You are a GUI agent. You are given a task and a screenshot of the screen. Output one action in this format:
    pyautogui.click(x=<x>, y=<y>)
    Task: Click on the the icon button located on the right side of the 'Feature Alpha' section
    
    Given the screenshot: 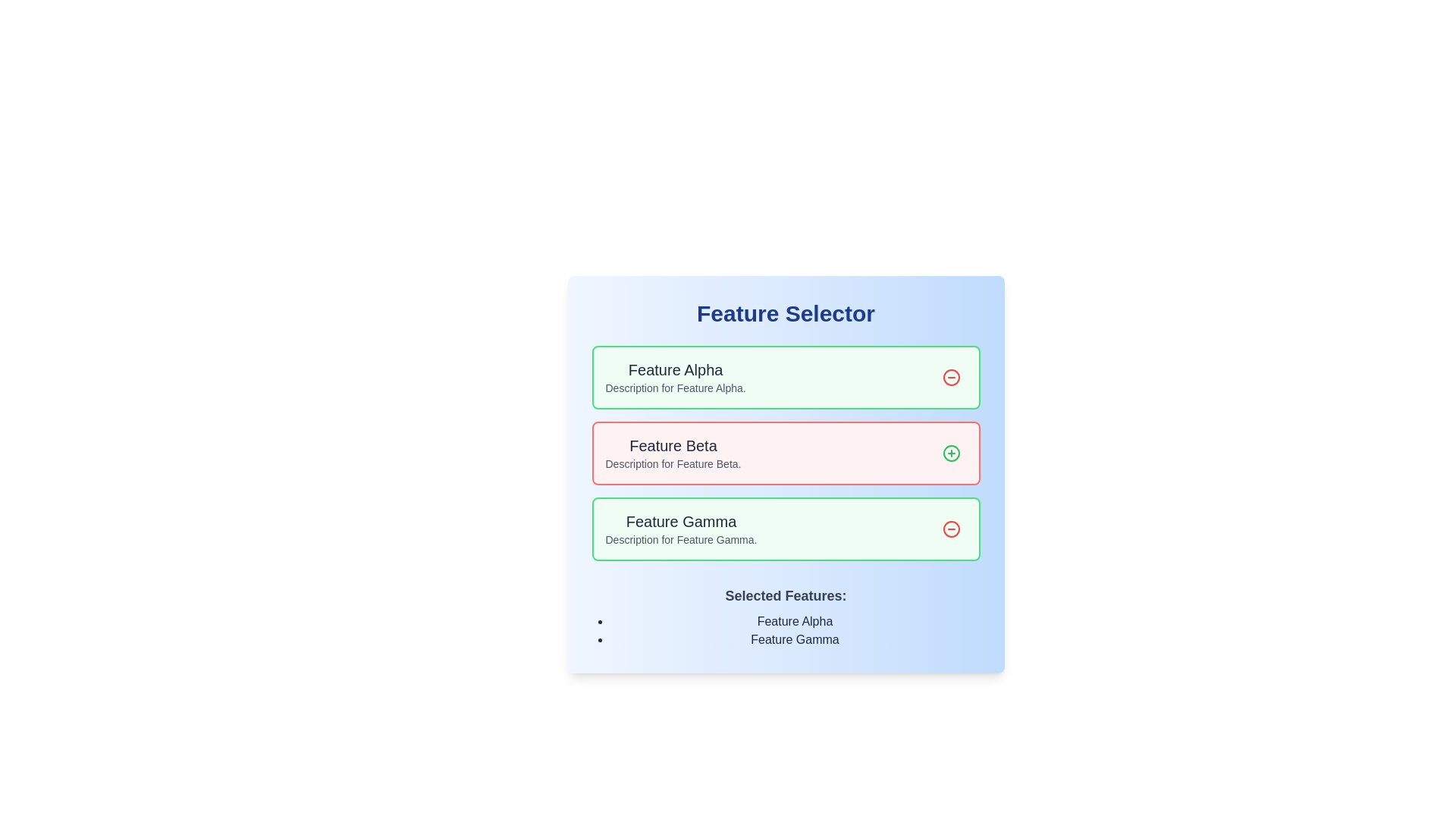 What is the action you would take?
    pyautogui.click(x=950, y=529)
    